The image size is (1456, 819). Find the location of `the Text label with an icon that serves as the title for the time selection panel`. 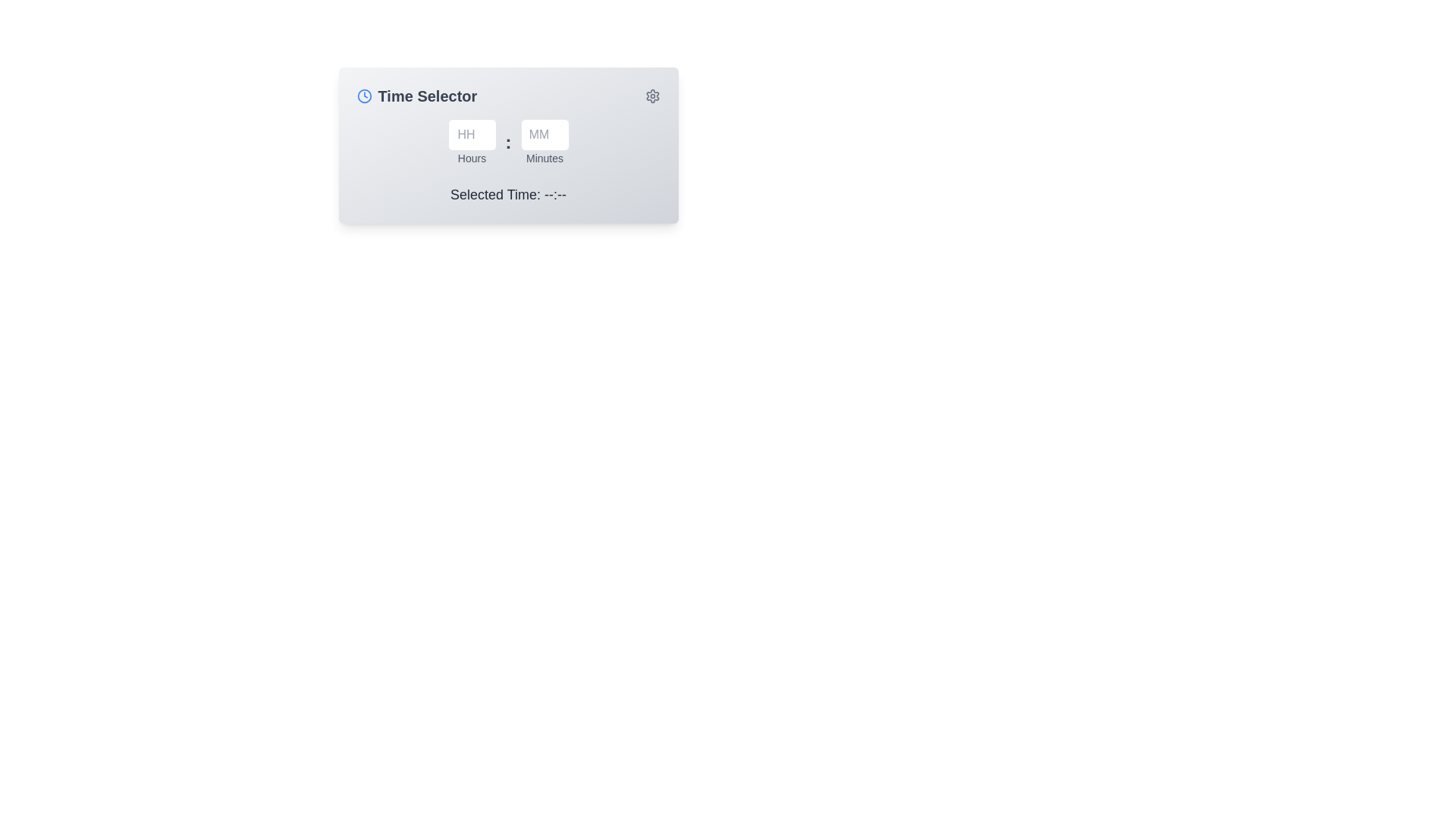

the Text label with an icon that serves as the title for the time selection panel is located at coordinates (416, 96).